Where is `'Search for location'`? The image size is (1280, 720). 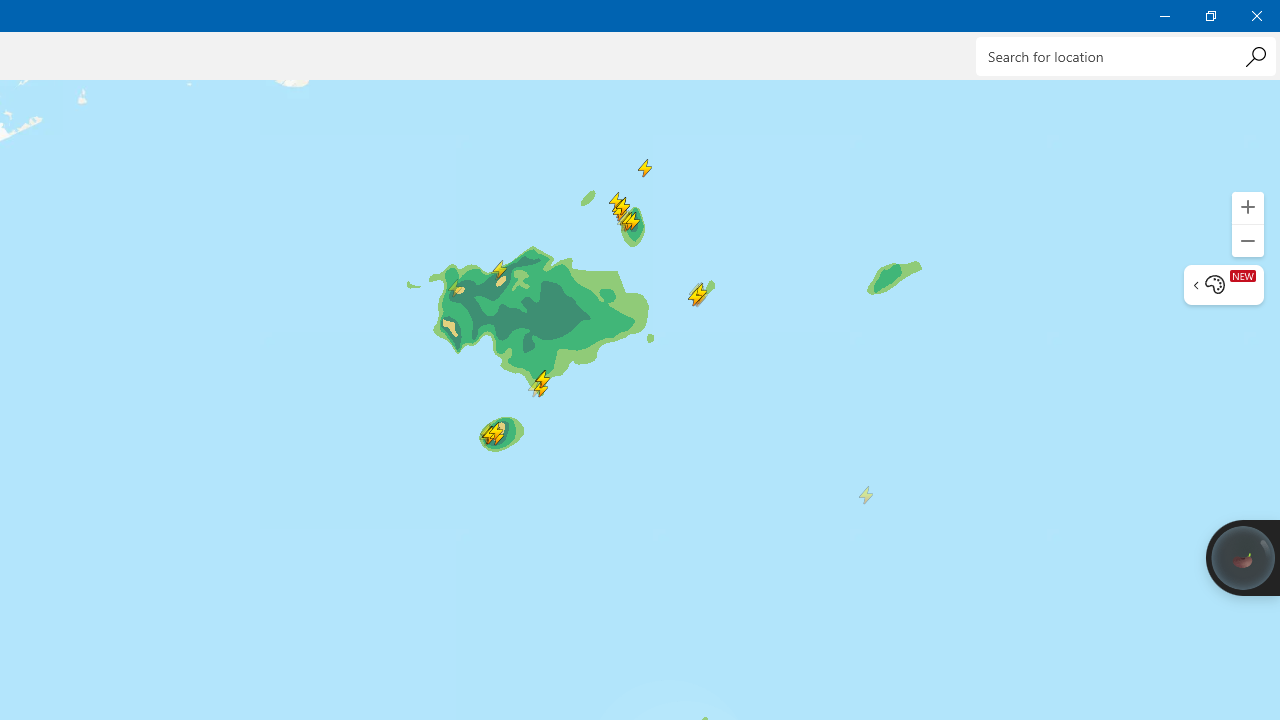
'Search for location' is located at coordinates (1125, 55).